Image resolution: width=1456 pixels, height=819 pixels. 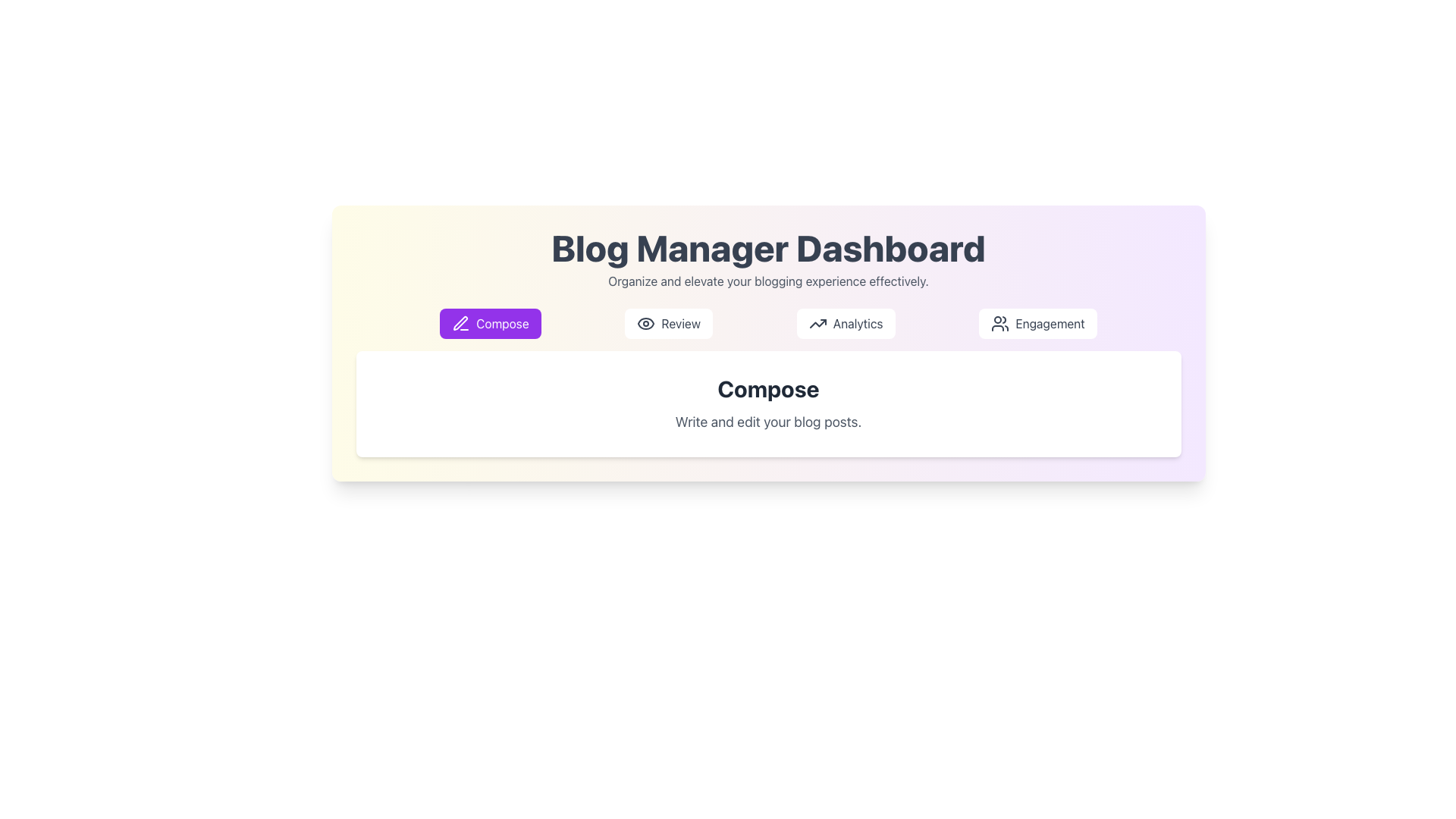 What do you see at coordinates (502, 323) in the screenshot?
I see `the button containing the label 'Compose', which is positioned to the right of an icon` at bounding box center [502, 323].